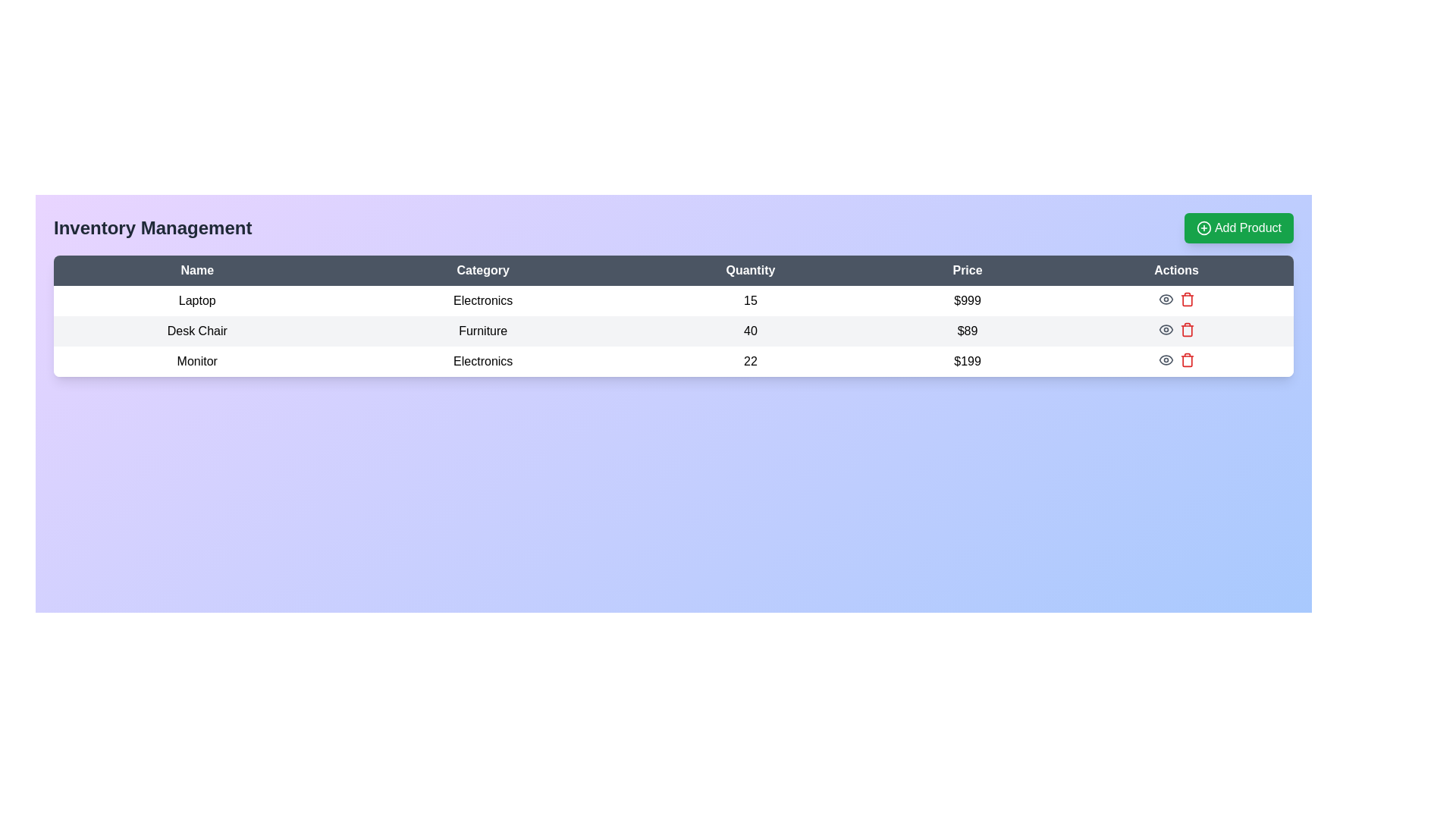 The width and height of the screenshot is (1456, 819). What do you see at coordinates (673, 330) in the screenshot?
I see `the second row in the table that contains 'Desk Chair' under the 'Name' section, 'Furniture' under 'Category,' '40' under 'Quantity,' and '$89' under 'Price.'` at bounding box center [673, 330].